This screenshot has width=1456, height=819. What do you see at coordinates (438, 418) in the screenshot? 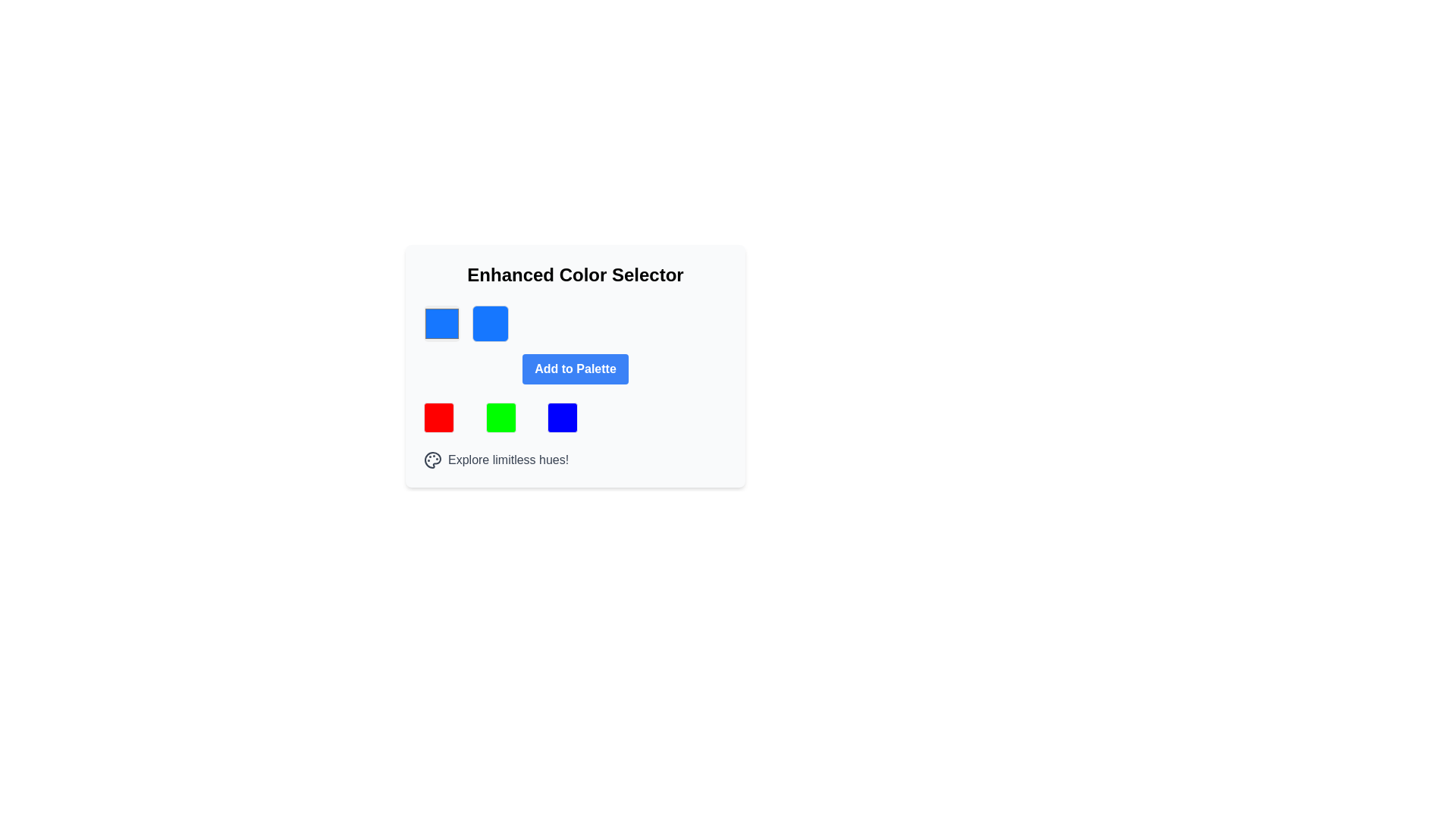
I see `the leftmost bright red color box in the color palette interface, located below the 'Add to Palette' button` at bounding box center [438, 418].